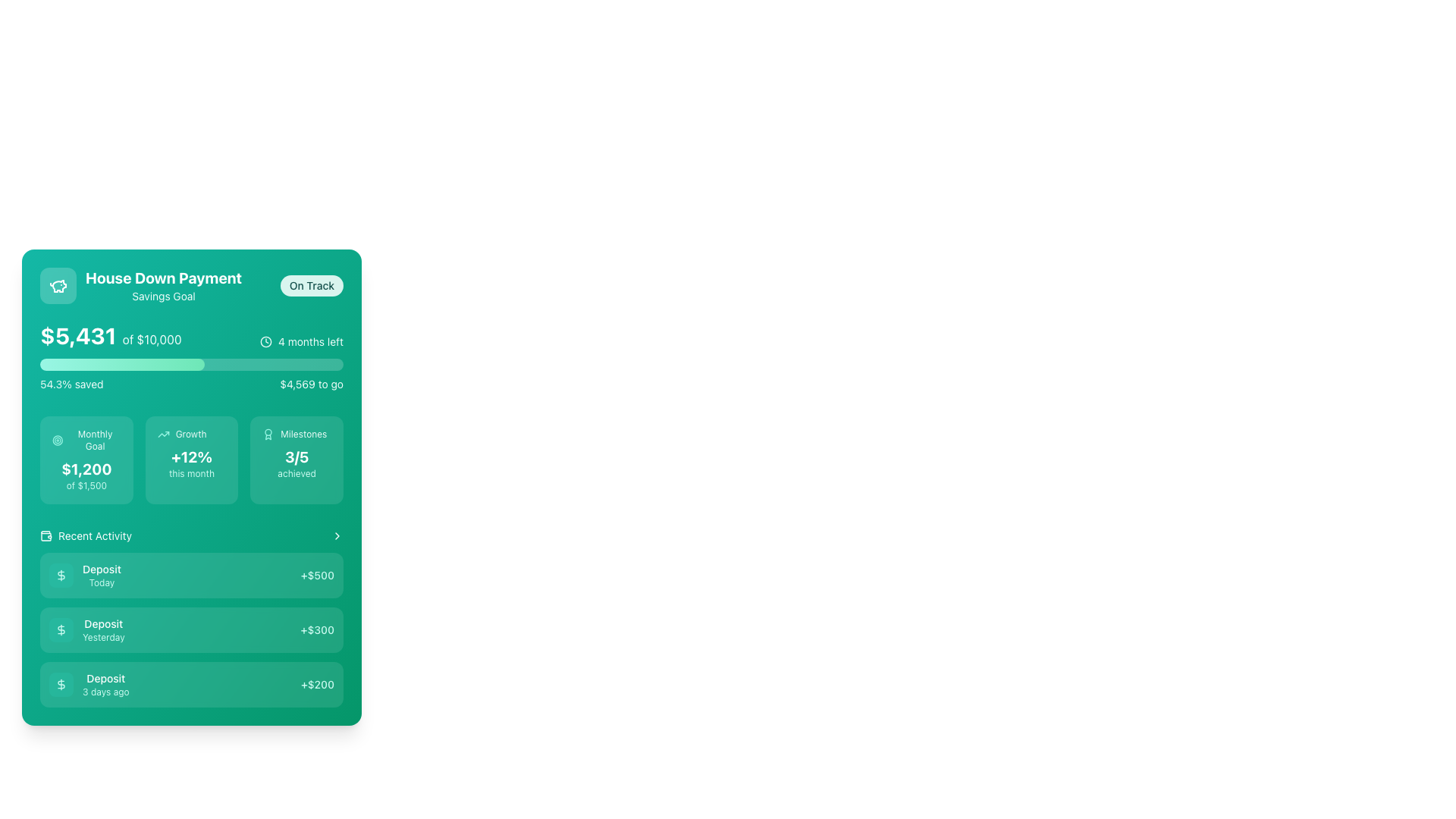 This screenshot has width=1456, height=819. Describe the element at coordinates (316, 576) in the screenshot. I see `text displayed in the bottom-right section of the deposit record, which shows the amount deposited in a recent transaction` at that location.